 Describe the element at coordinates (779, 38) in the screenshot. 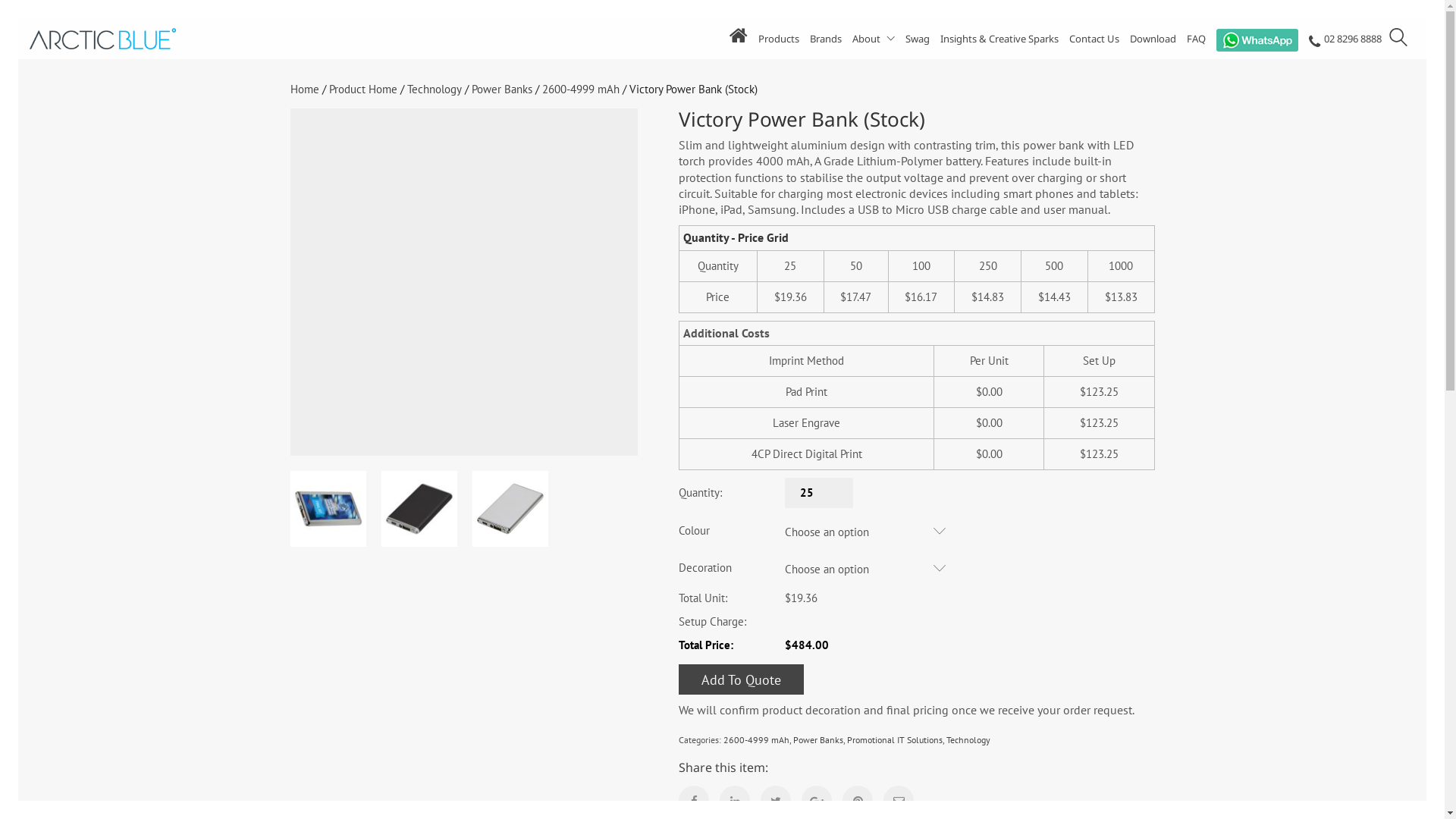

I see `'Products'` at that location.